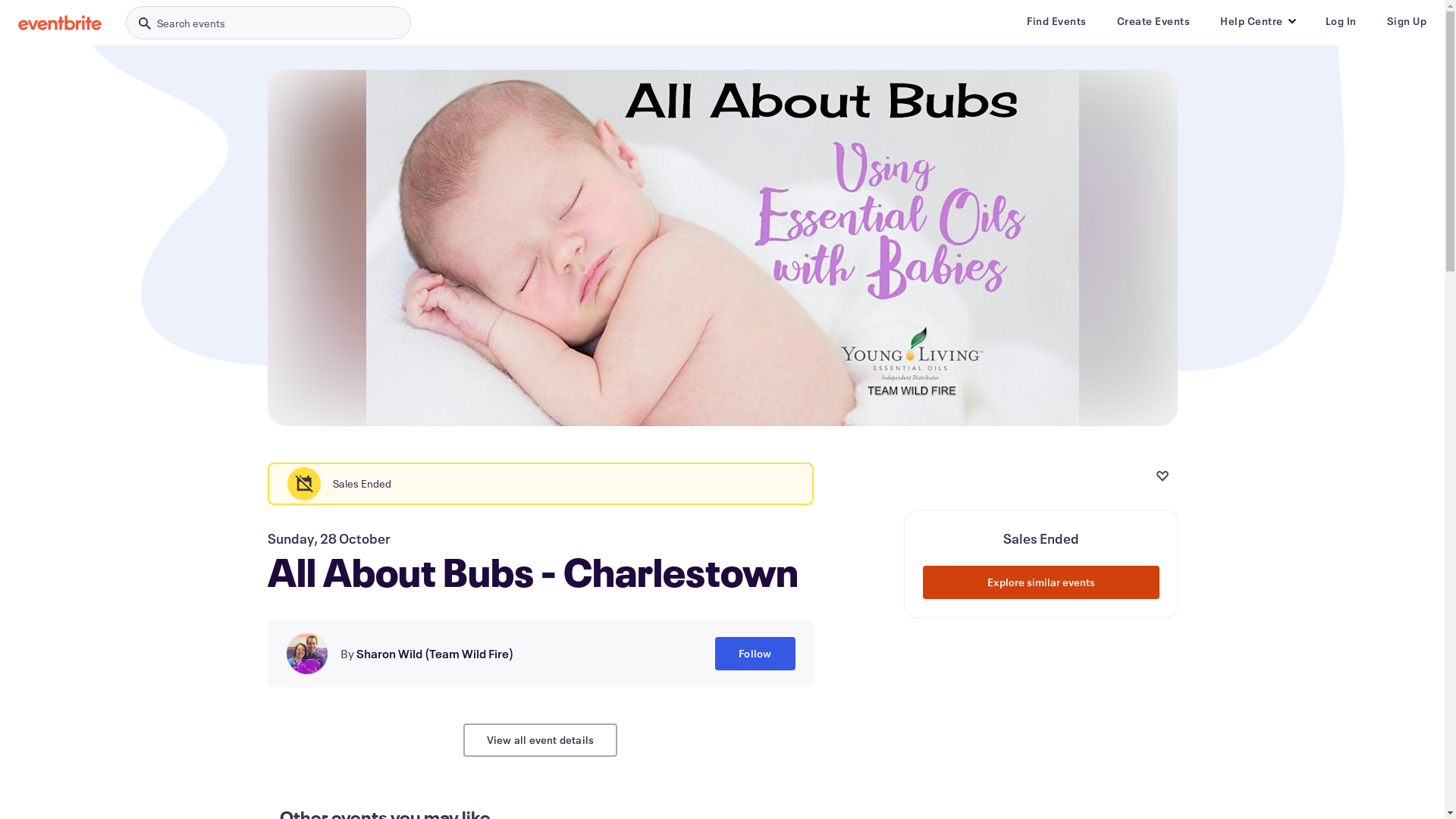 This screenshot has width=1456, height=819. Describe the element at coordinates (755, 652) in the screenshot. I see `'Follow'` at that location.